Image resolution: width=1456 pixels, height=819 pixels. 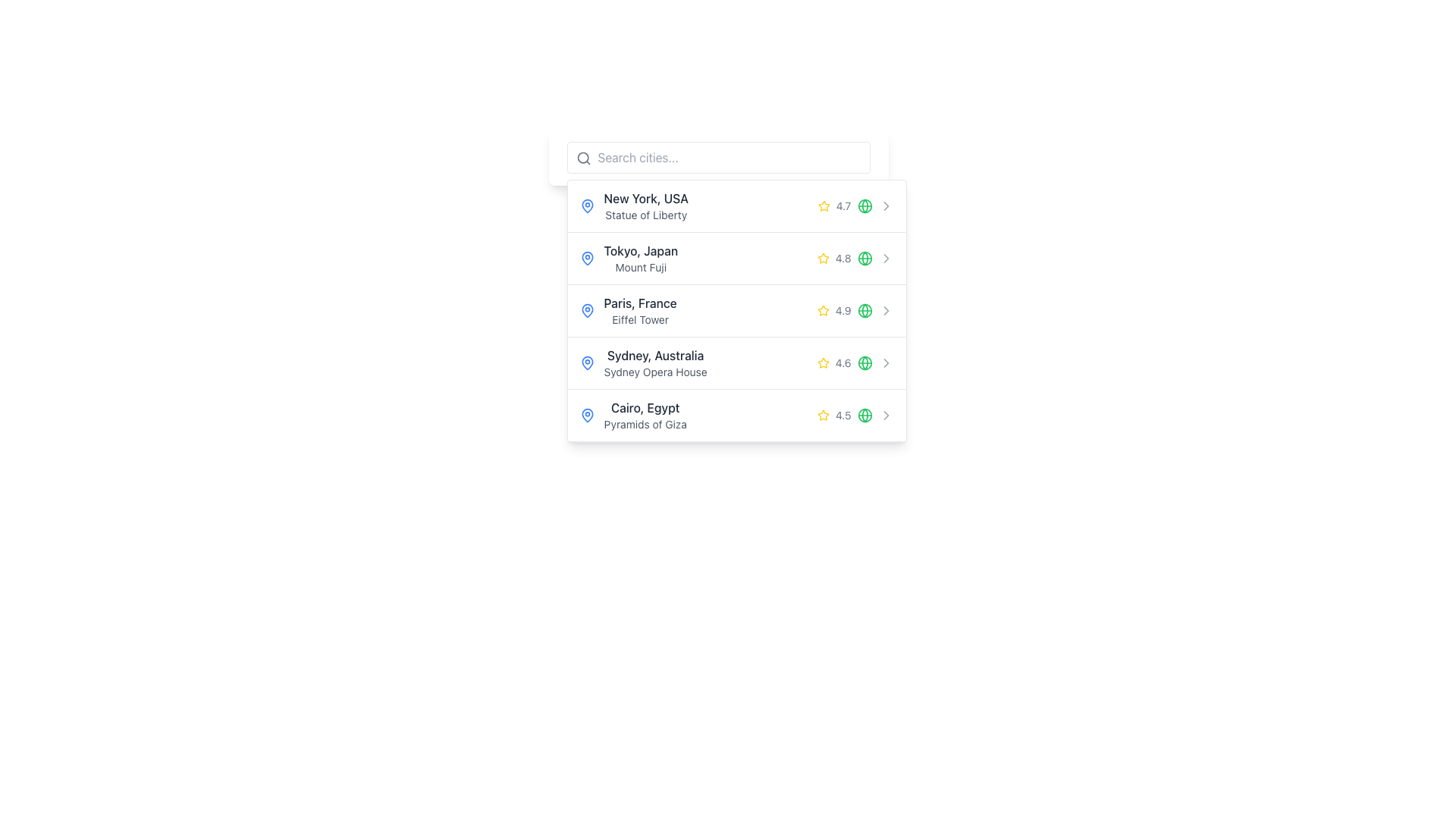 I want to click on the third list item that provides information about 'Paris, France' and the Eiffel Tower, so click(x=736, y=310).